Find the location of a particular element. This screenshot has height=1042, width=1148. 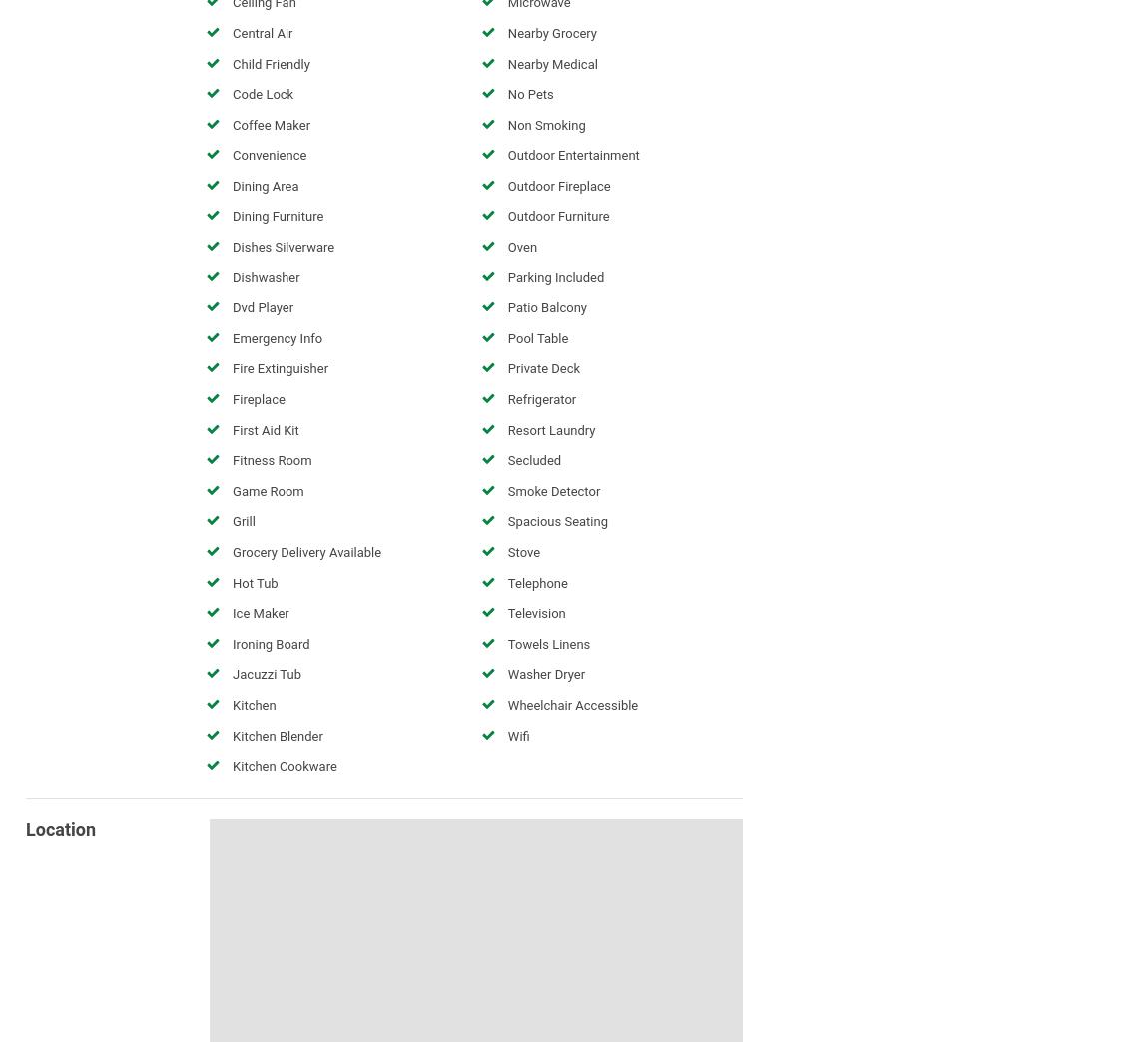

'Private Deck' is located at coordinates (543, 368).